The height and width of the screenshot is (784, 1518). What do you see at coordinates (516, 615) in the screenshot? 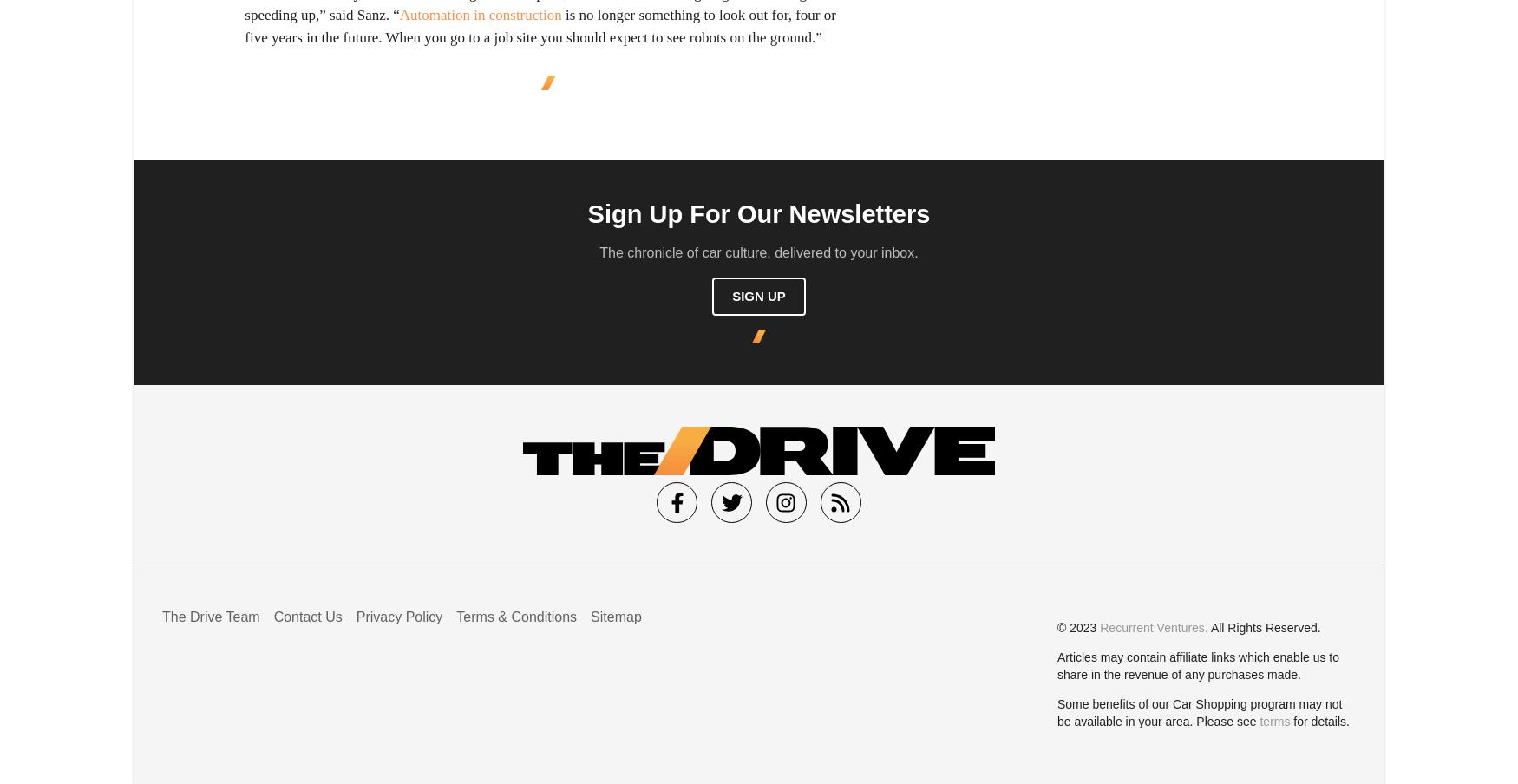
I see `'Terms & Conditions'` at bounding box center [516, 615].